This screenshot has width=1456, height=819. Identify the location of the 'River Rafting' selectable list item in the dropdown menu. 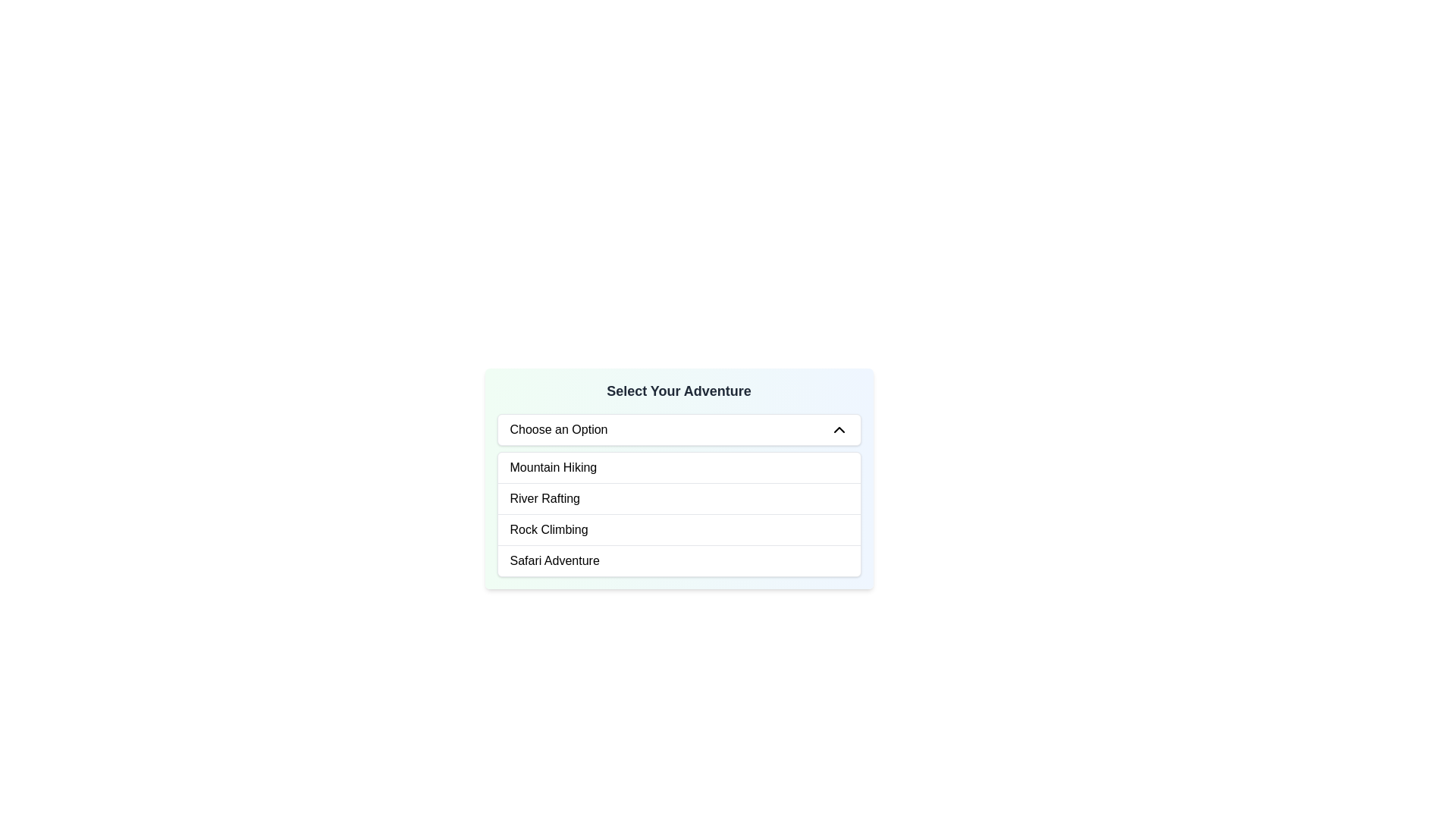
(544, 499).